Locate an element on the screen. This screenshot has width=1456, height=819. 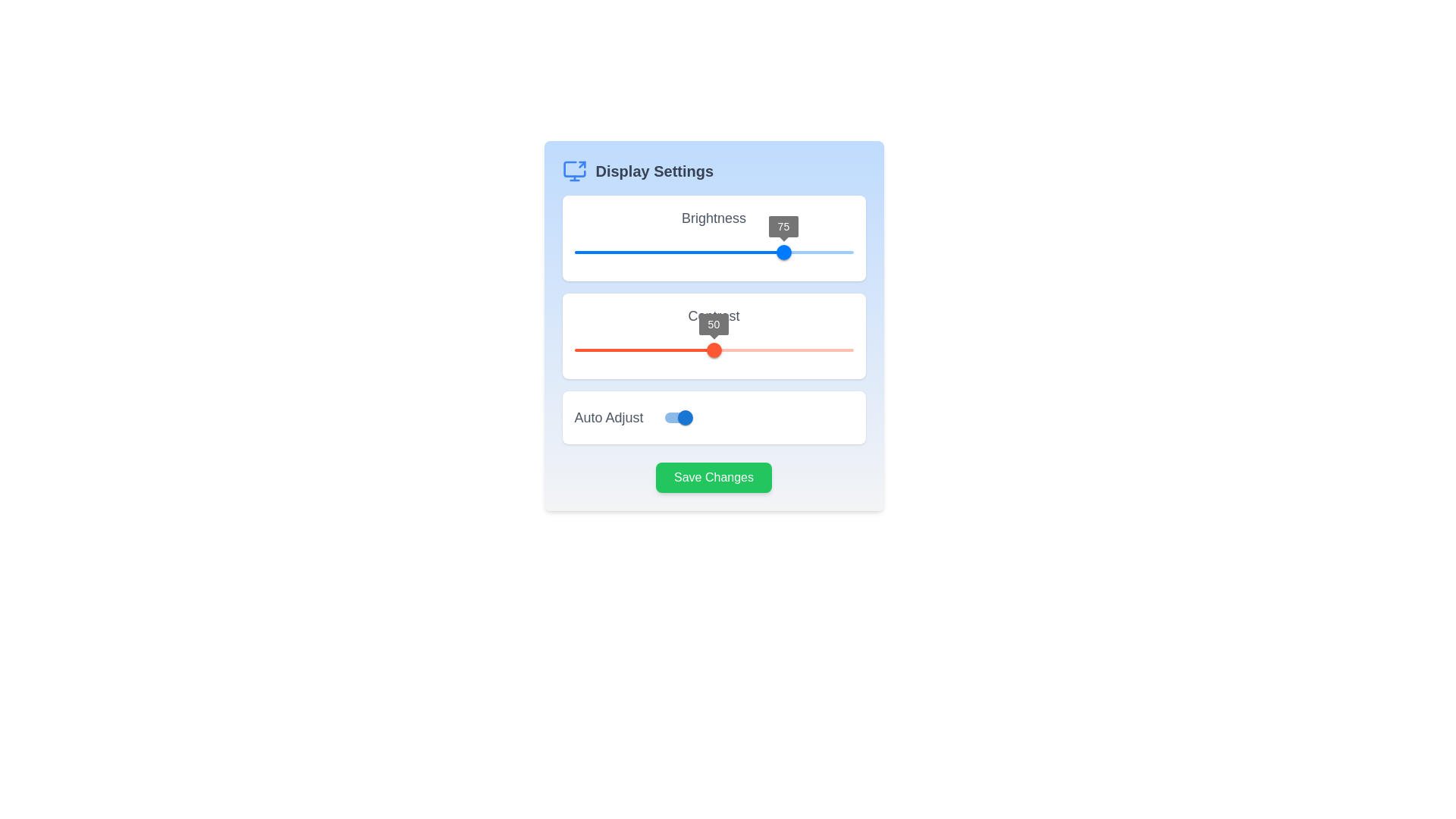
the brightness is located at coordinates (866, 251).